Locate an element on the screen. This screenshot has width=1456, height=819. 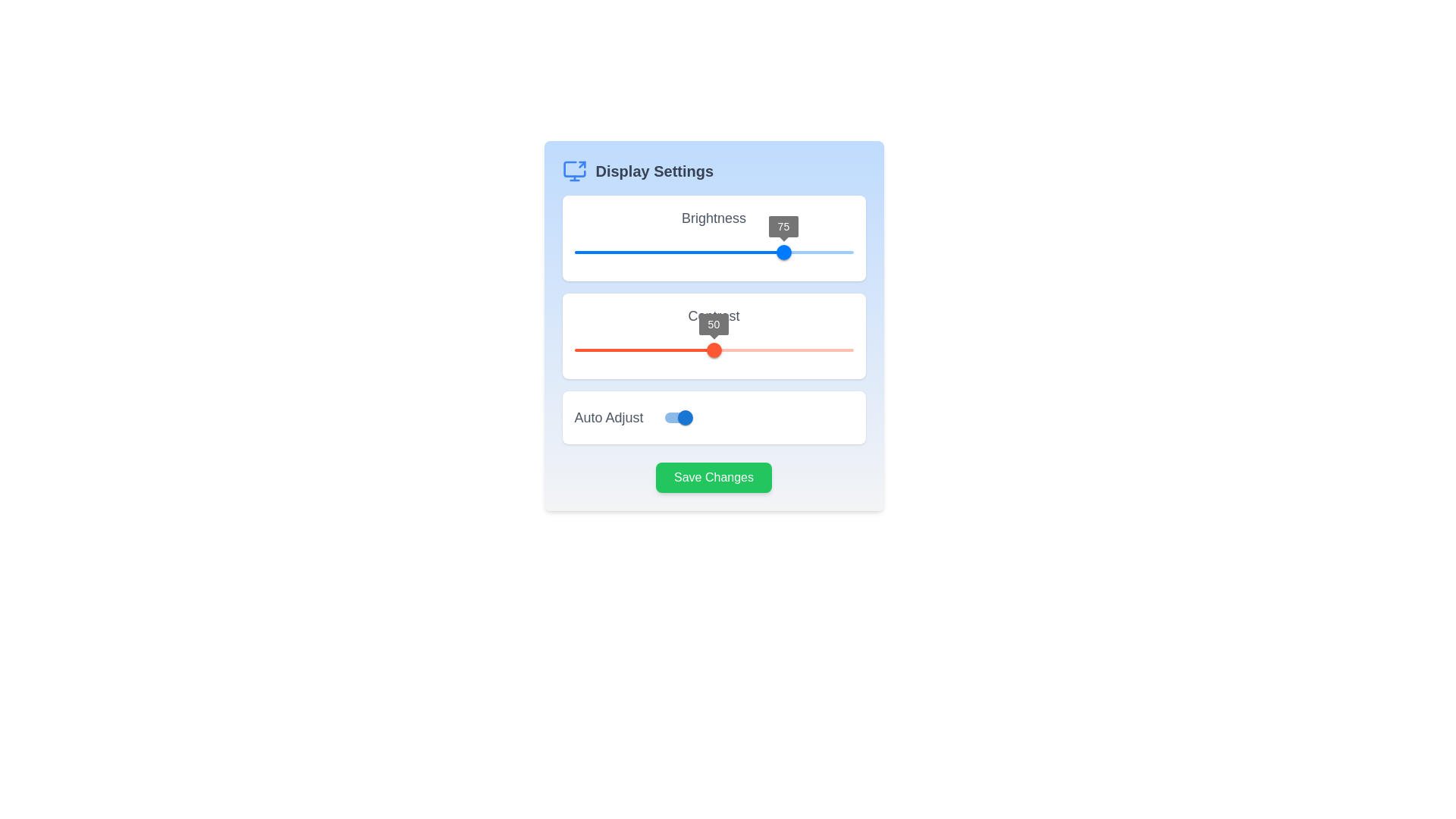
the brightness is located at coordinates (866, 251).